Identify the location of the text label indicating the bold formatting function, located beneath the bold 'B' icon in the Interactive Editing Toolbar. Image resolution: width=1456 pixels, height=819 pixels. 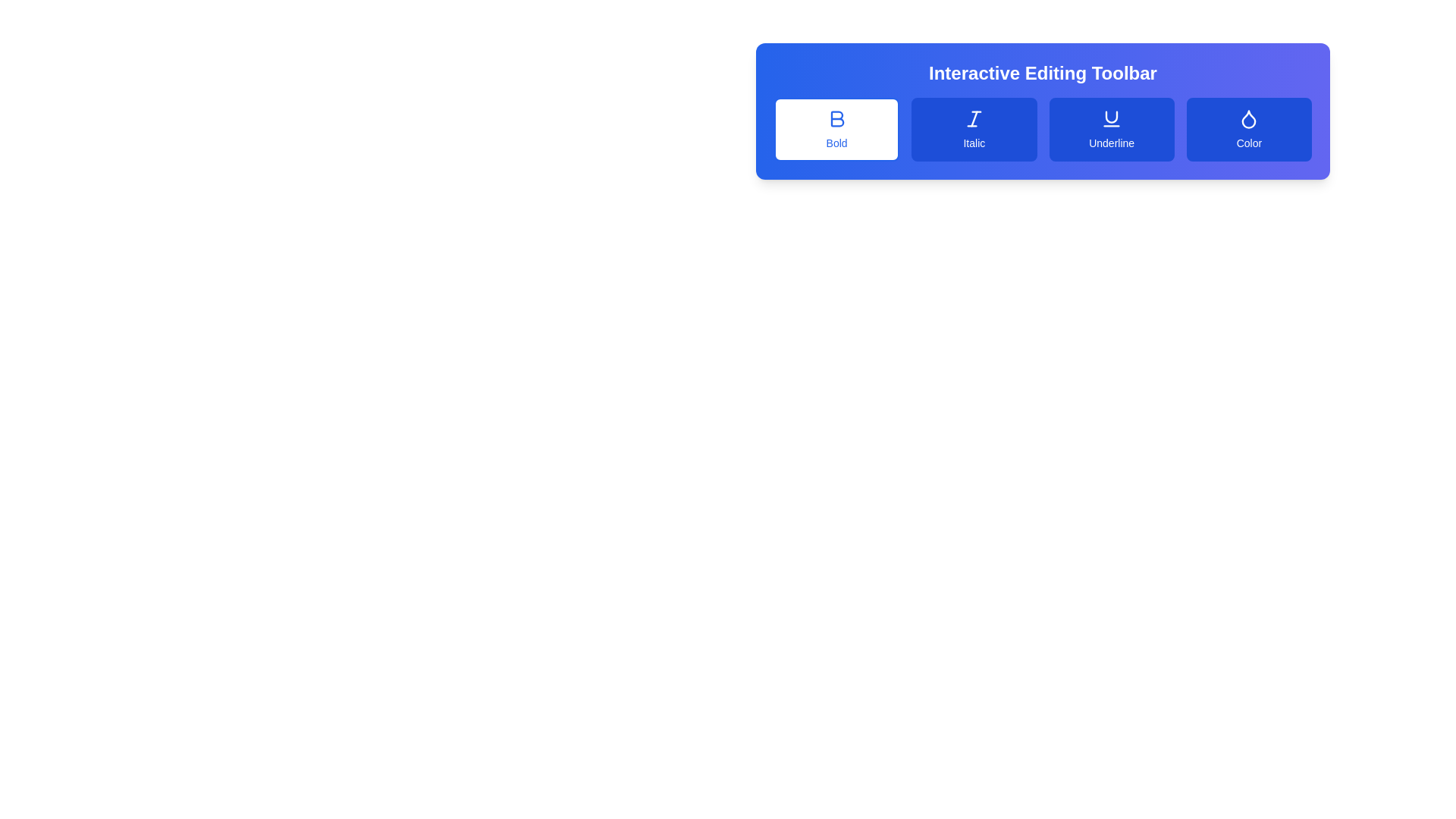
(836, 143).